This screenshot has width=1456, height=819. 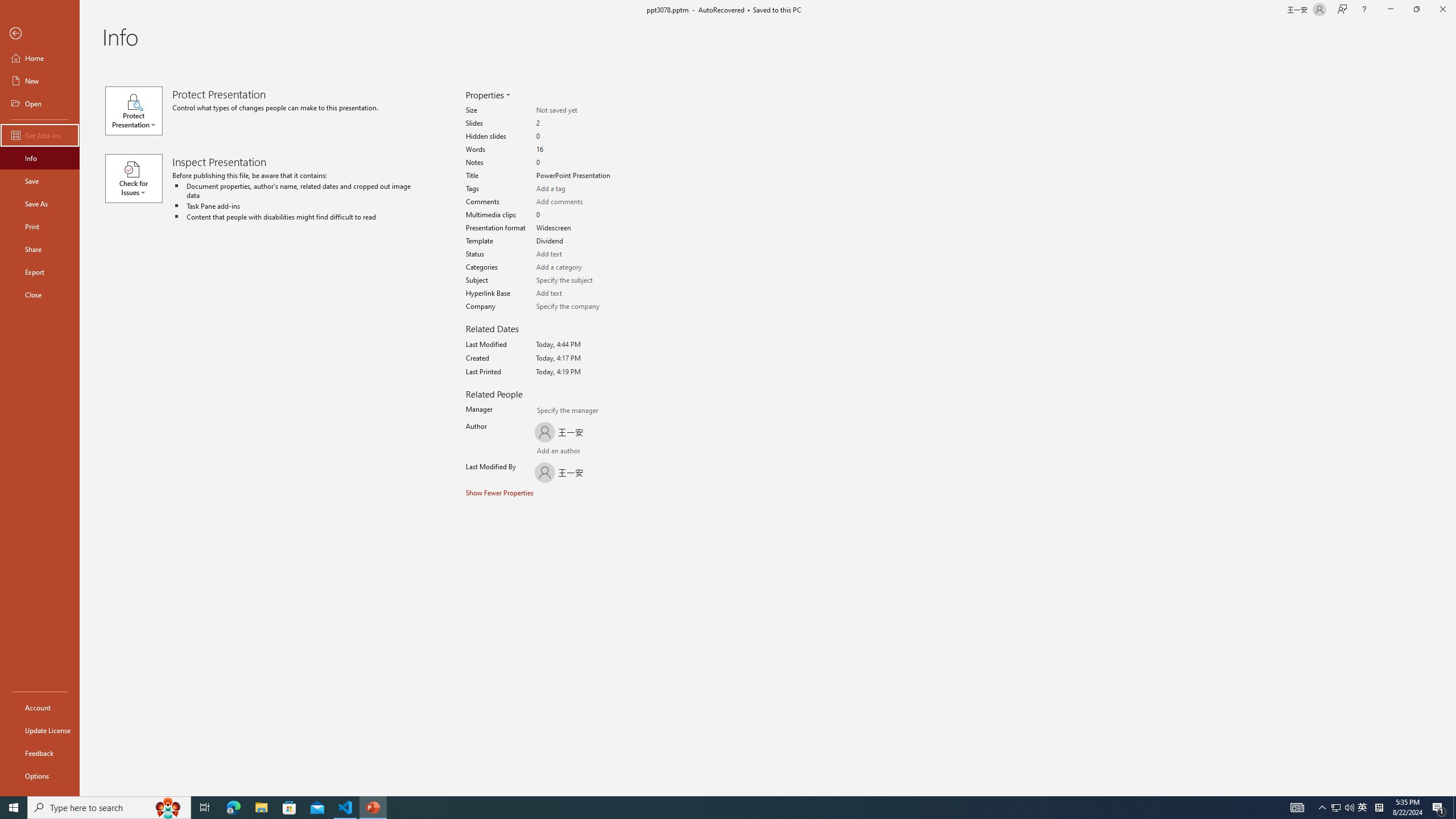 What do you see at coordinates (575, 123) in the screenshot?
I see `'Slides'` at bounding box center [575, 123].